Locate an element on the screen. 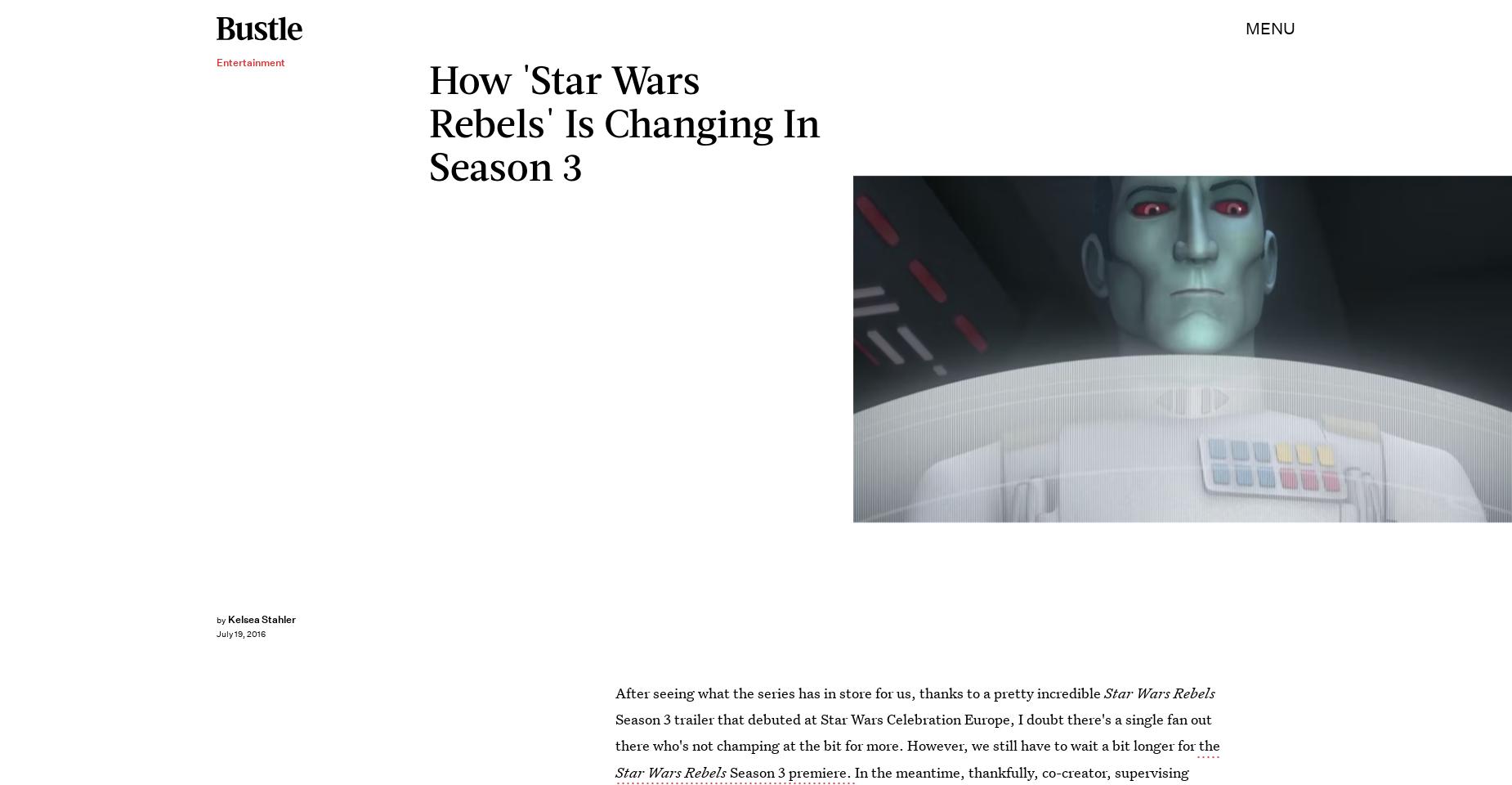  'MENU' is located at coordinates (1270, 28).